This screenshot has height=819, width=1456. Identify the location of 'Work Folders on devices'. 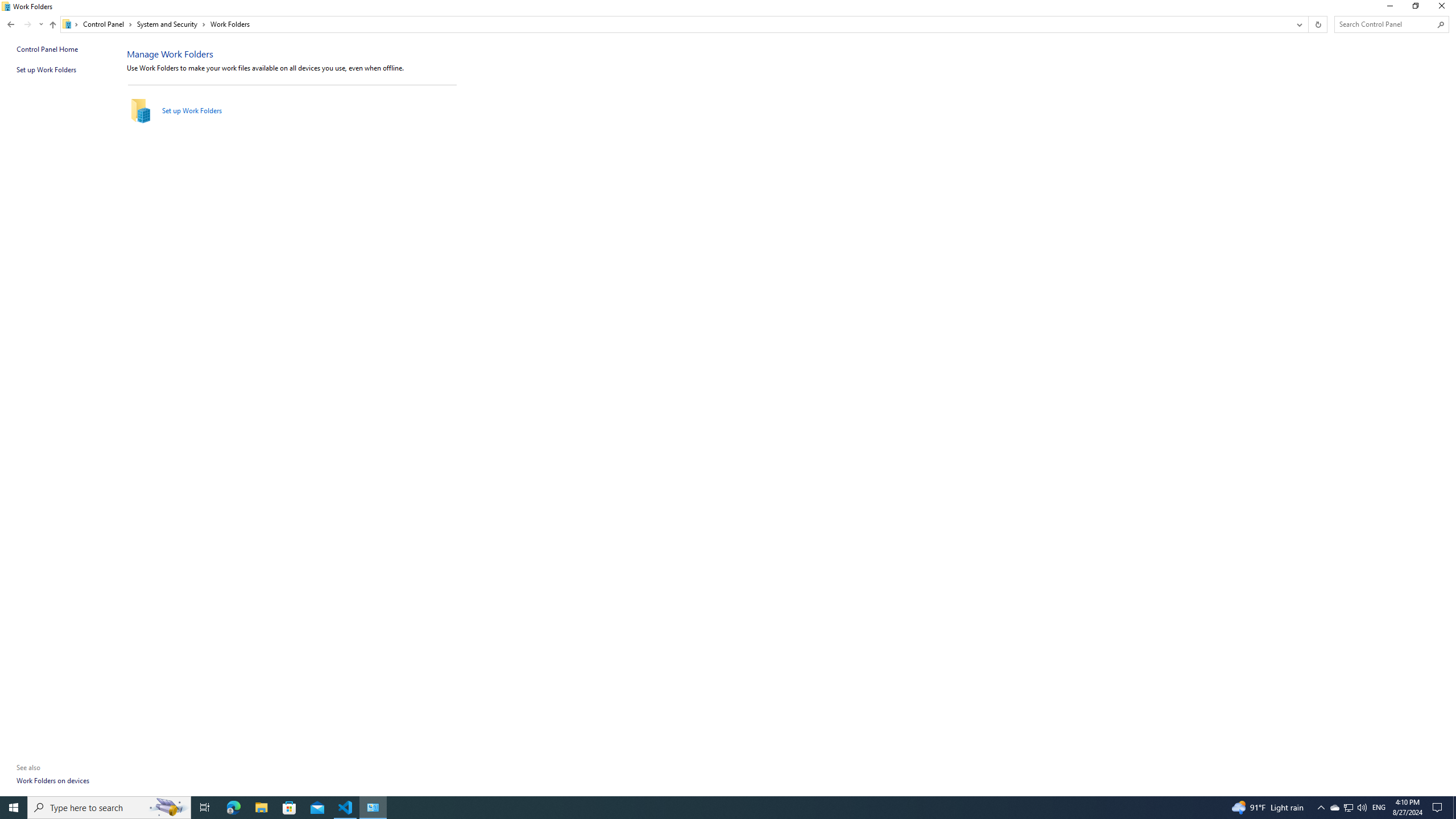
(53, 780).